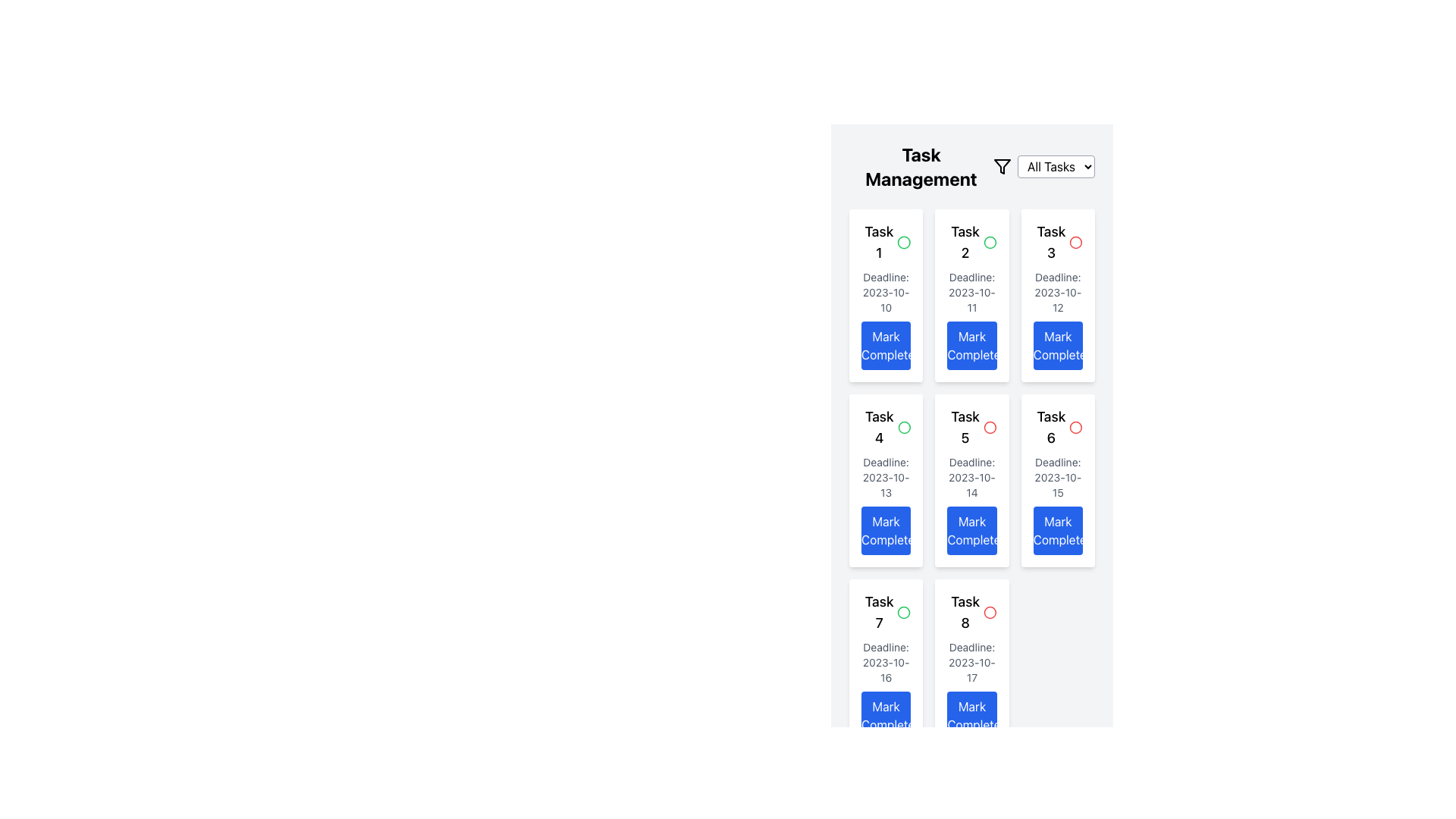  I want to click on the text element displaying 'Deadline: 2023-10-11', which is positioned below the title 'Task 2' and above the 'Mark Completed' button within a white card, so click(971, 292).